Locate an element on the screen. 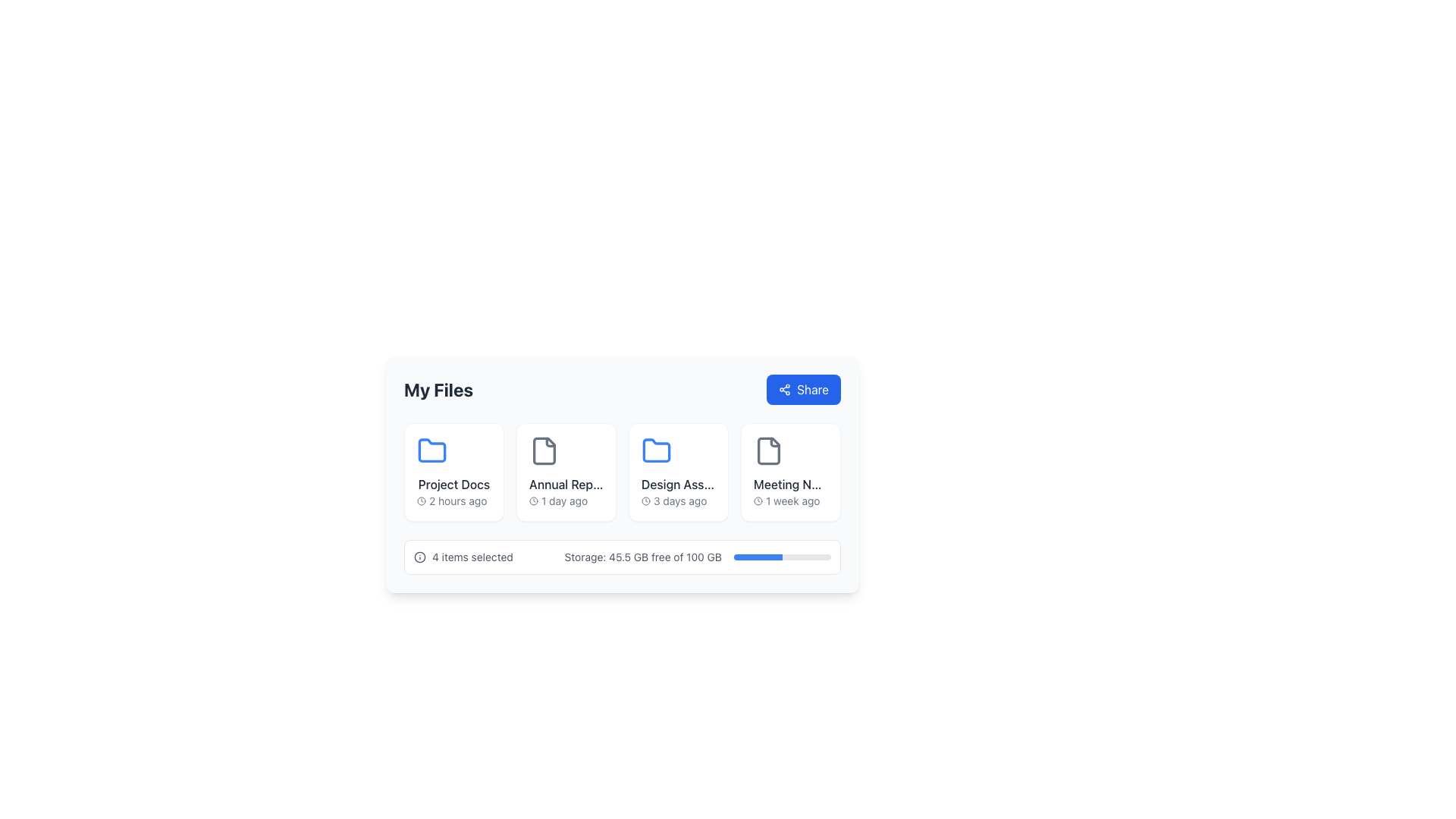 Image resolution: width=1456 pixels, height=819 pixels. the gray document icon with a folded corner, which is the second item in the row of file items under the 'My Files' section is located at coordinates (544, 450).